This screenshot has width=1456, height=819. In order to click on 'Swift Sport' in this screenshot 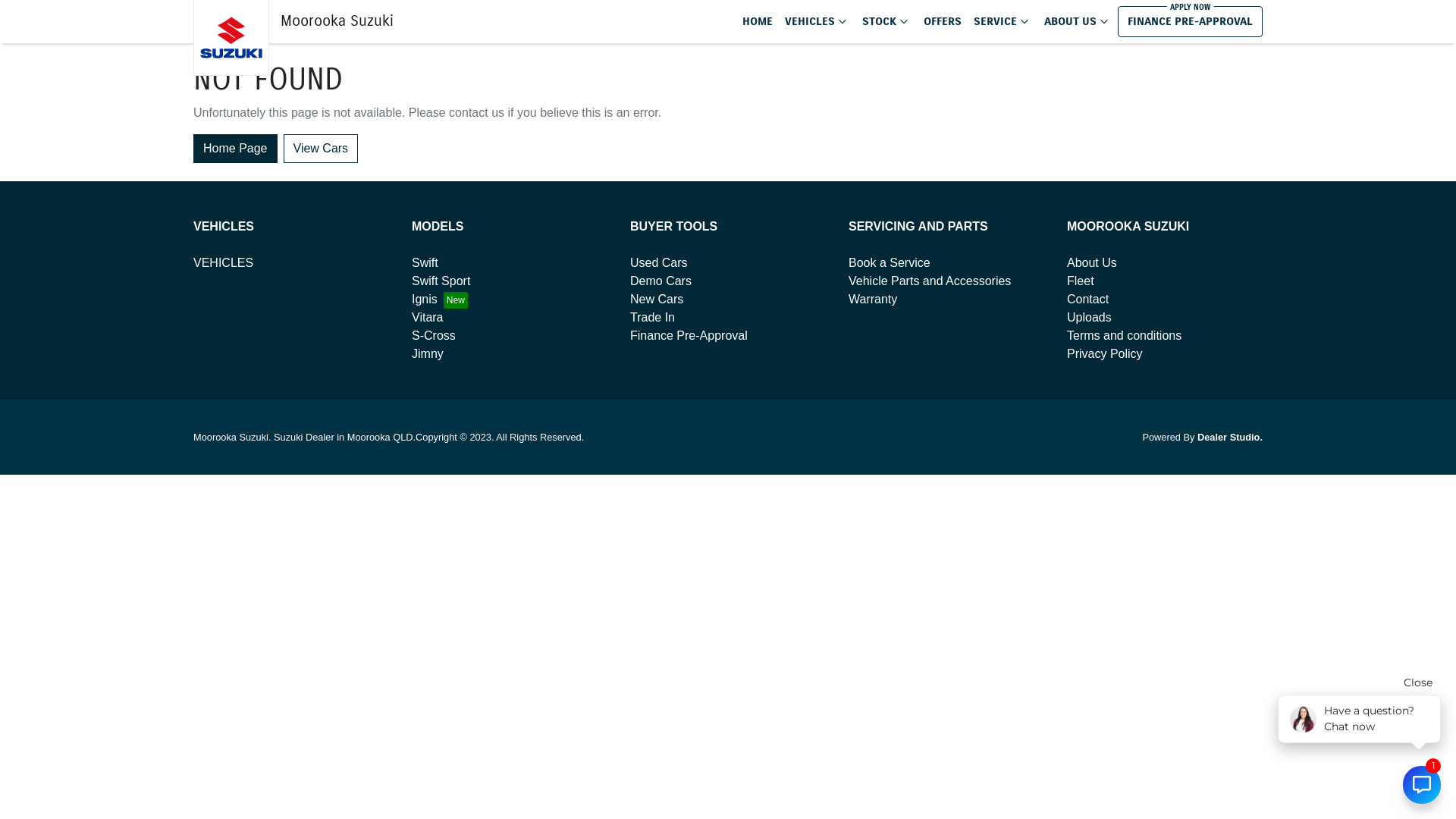, I will do `click(440, 281)`.